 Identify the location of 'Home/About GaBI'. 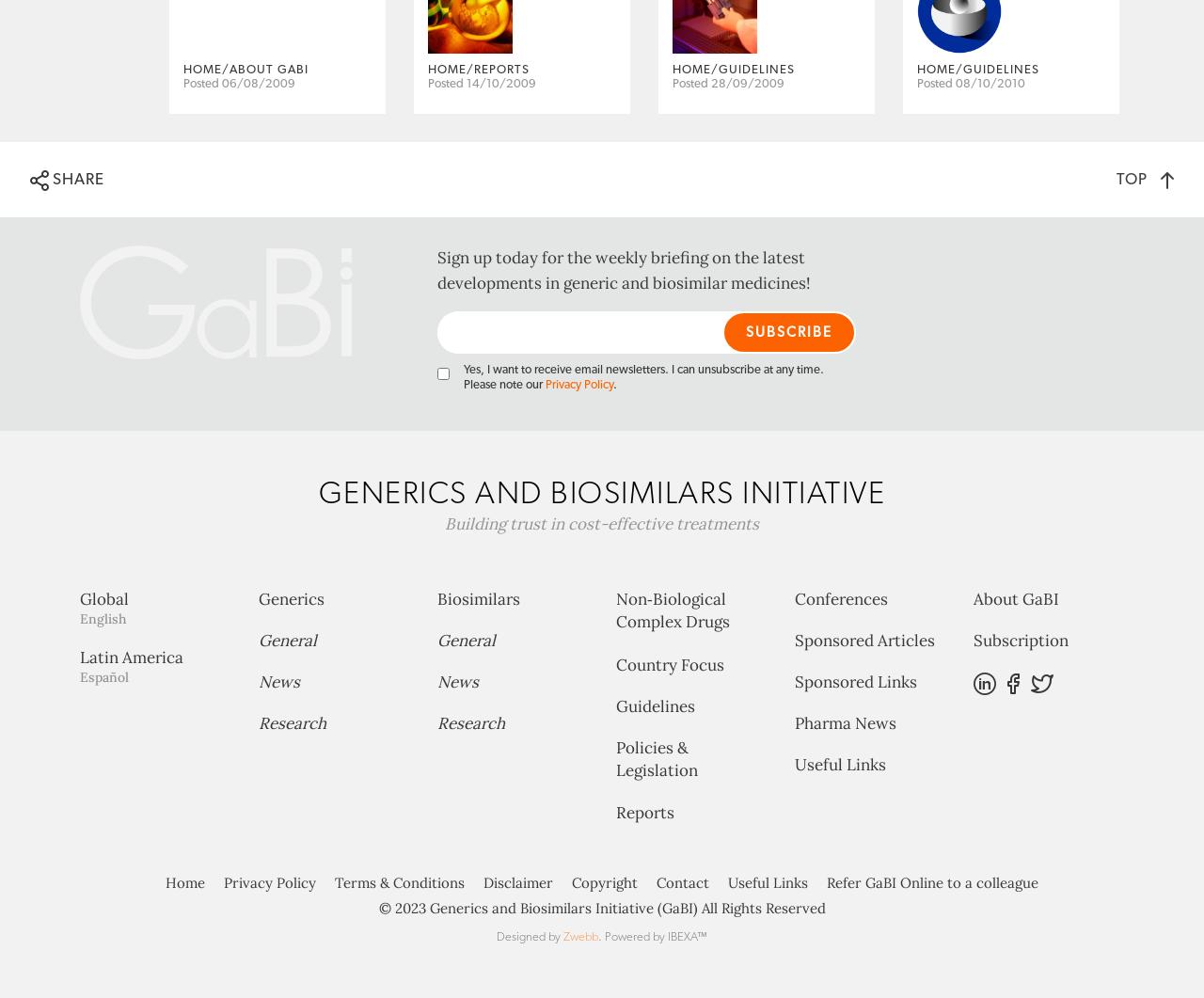
(245, 143).